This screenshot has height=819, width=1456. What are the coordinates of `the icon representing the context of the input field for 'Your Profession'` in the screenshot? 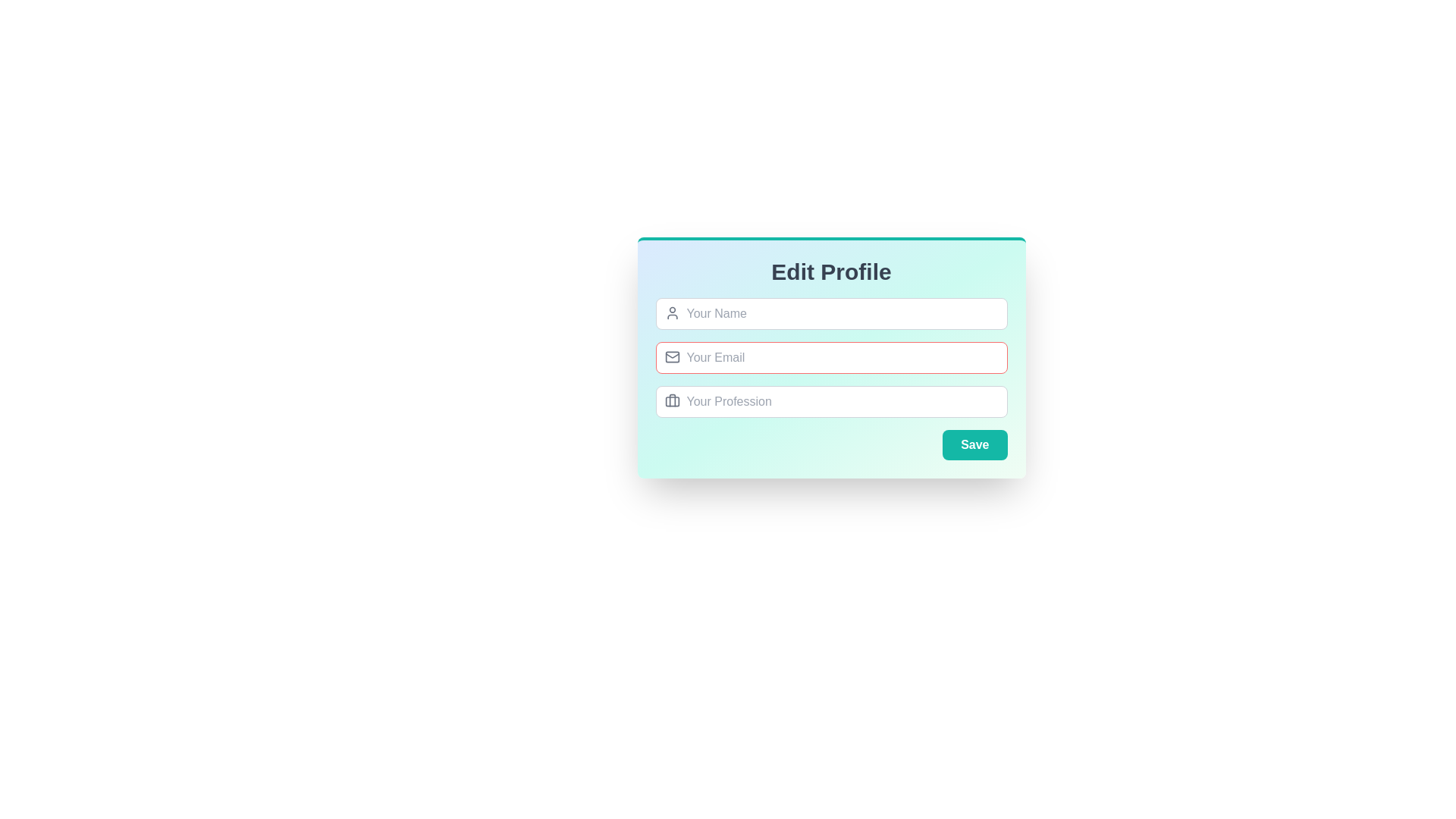 It's located at (671, 400).